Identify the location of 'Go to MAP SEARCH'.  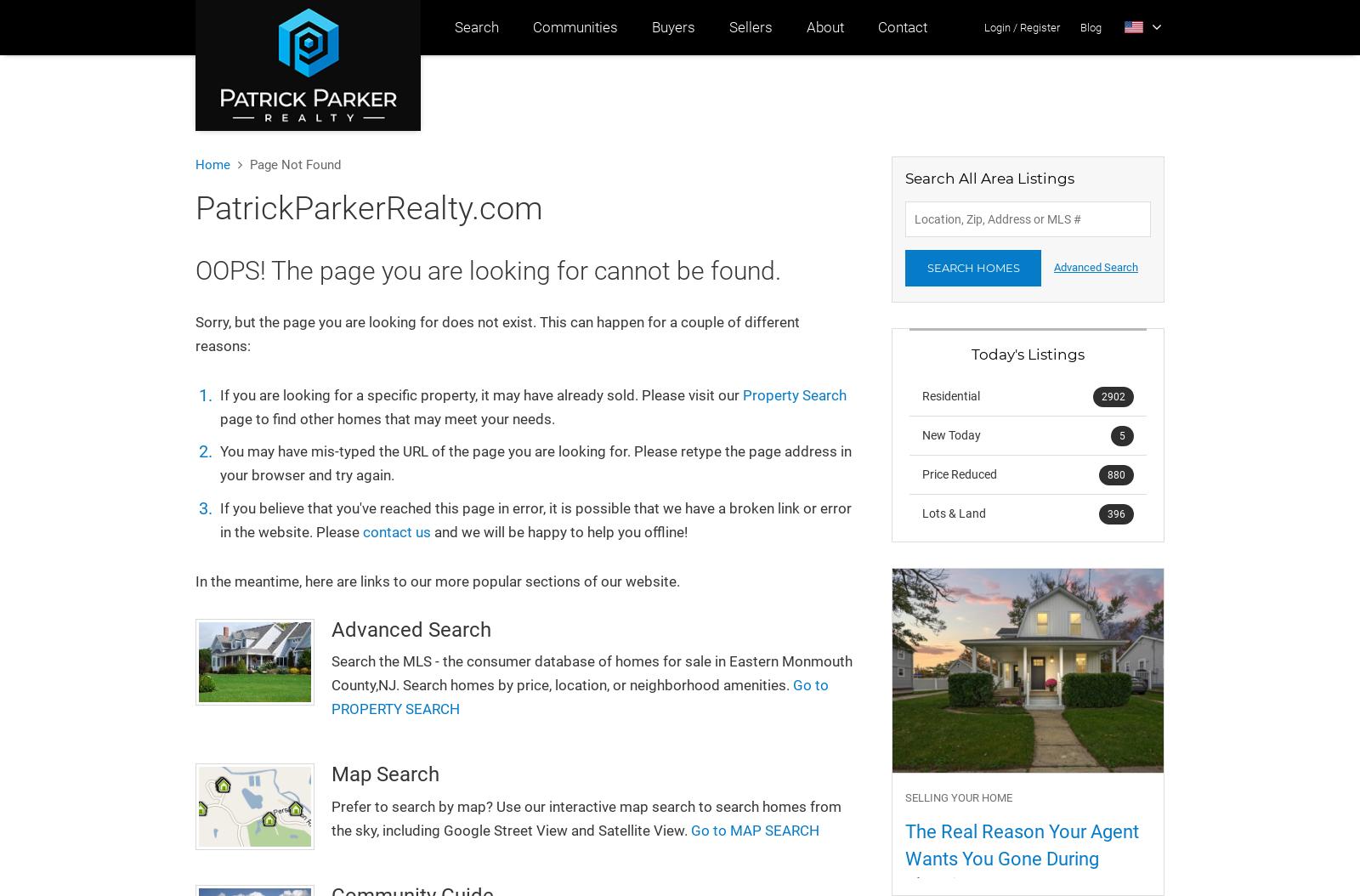
(754, 830).